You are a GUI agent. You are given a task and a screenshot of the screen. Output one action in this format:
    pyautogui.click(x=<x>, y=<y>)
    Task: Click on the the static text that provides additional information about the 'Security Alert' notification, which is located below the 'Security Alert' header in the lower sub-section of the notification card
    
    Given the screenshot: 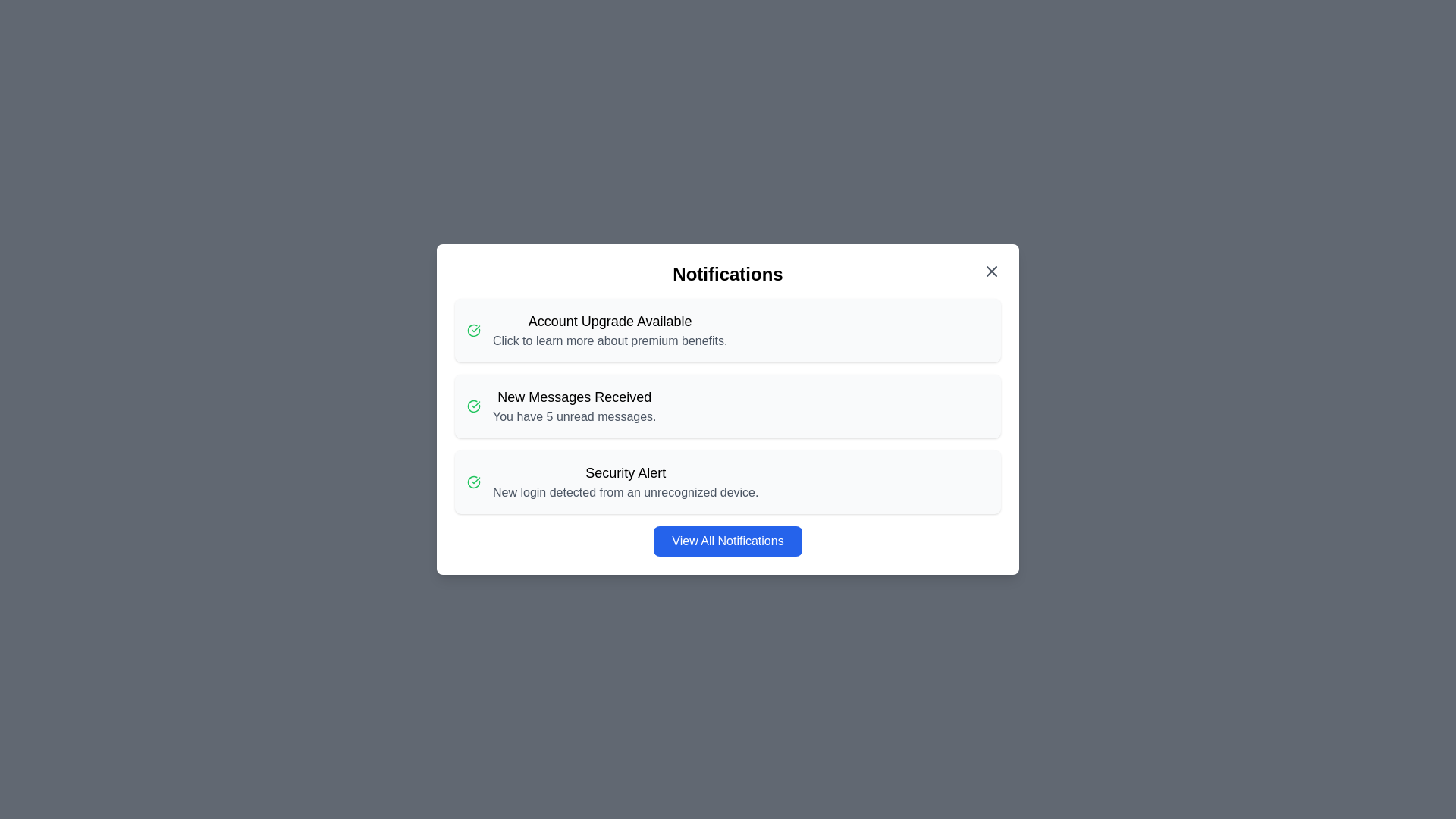 What is the action you would take?
    pyautogui.click(x=626, y=493)
    